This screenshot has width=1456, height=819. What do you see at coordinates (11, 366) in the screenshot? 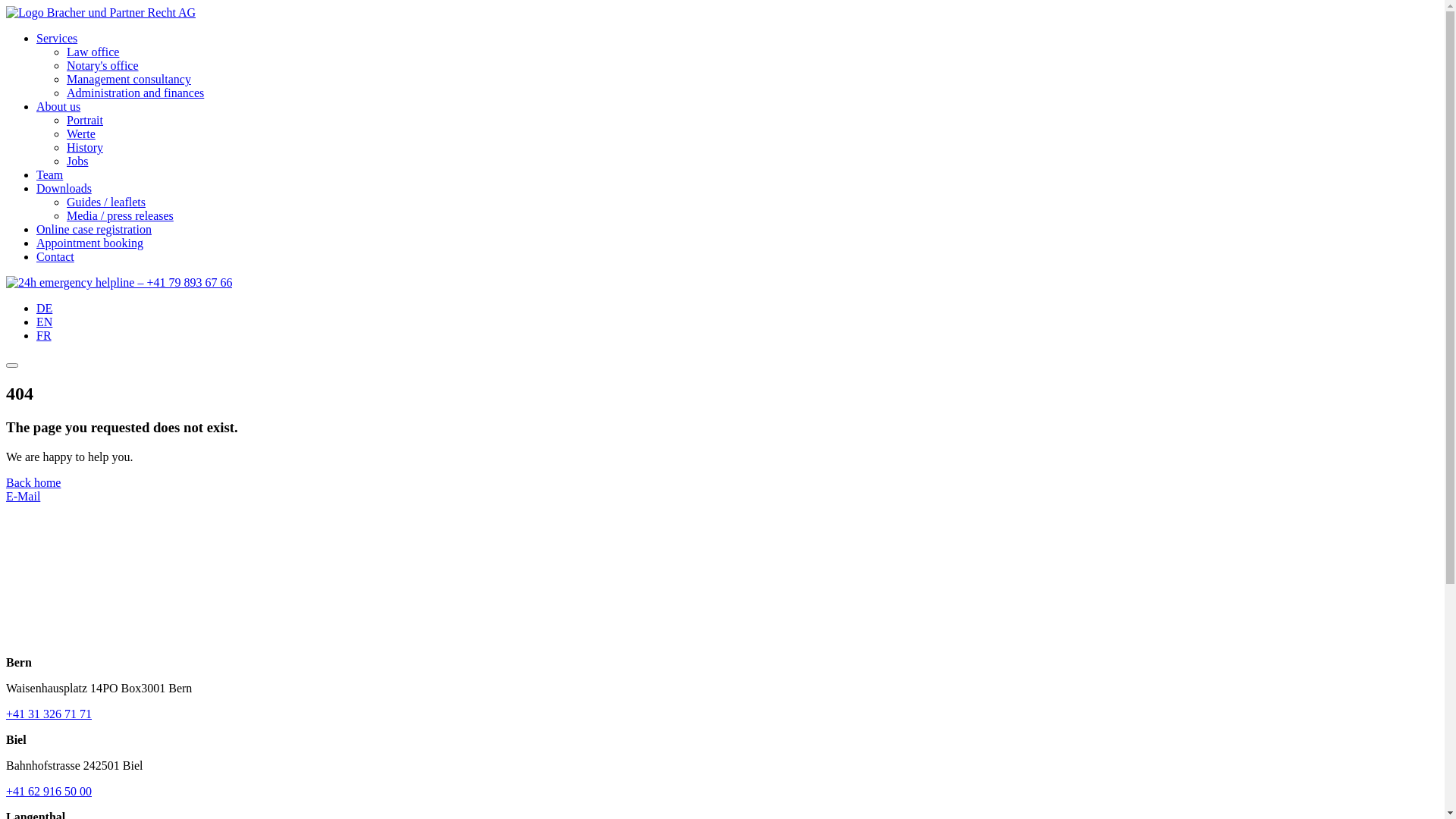
I see `'Menu'` at bounding box center [11, 366].